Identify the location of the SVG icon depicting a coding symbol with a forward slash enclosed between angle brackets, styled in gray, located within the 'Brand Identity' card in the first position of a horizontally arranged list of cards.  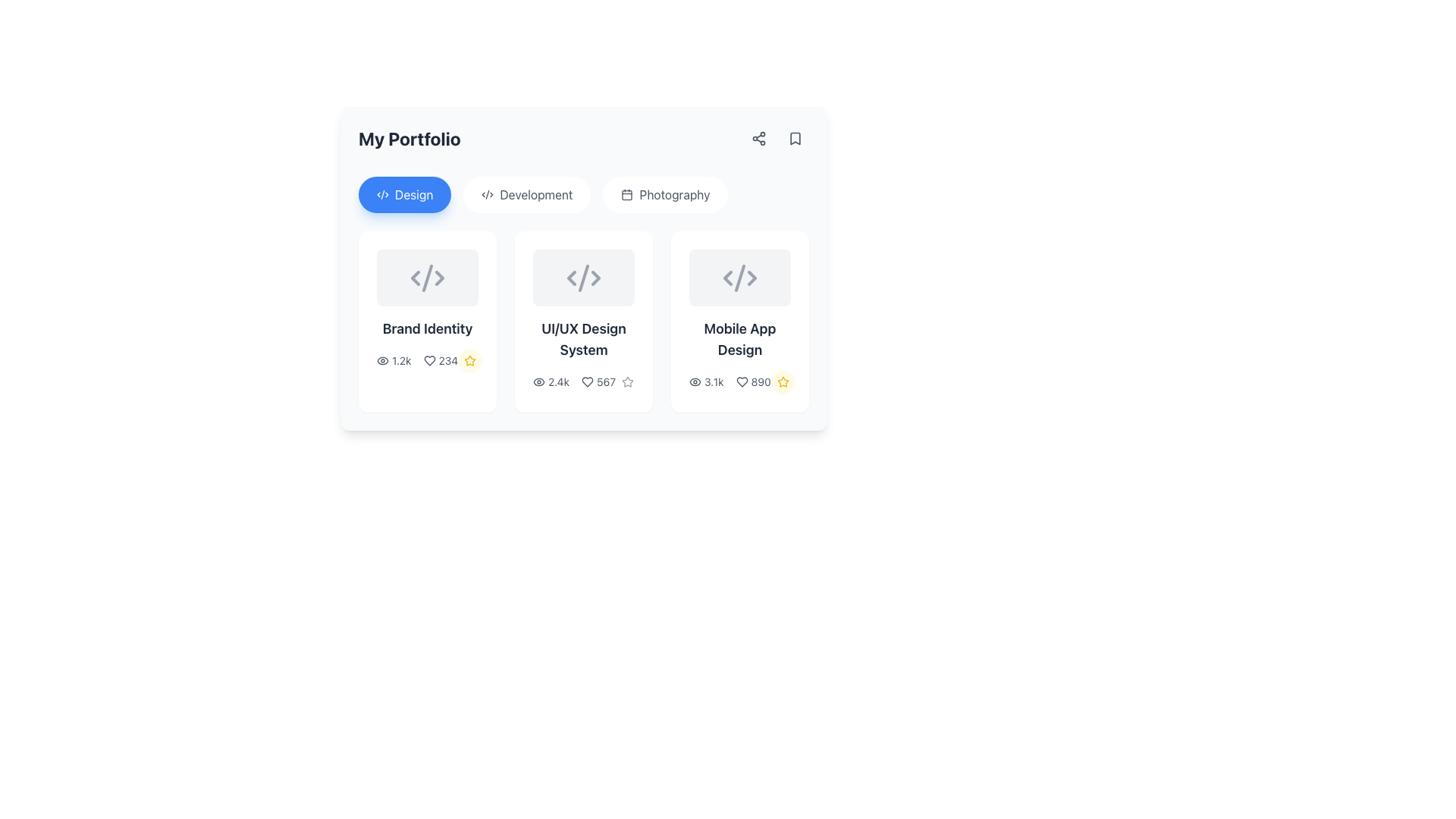
(427, 278).